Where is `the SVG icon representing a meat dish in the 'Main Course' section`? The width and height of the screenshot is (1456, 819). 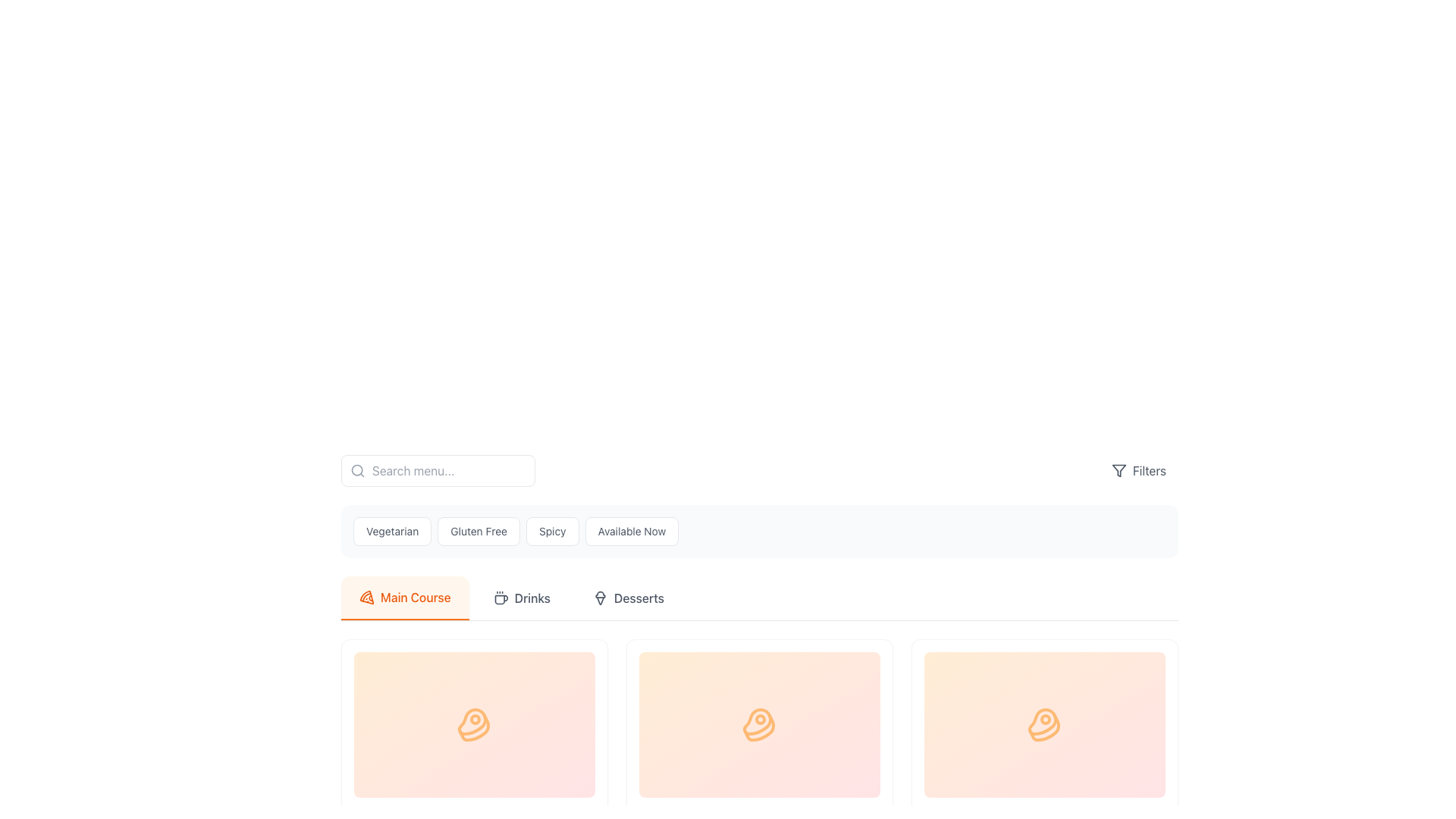 the SVG icon representing a meat dish in the 'Main Course' section is located at coordinates (473, 724).